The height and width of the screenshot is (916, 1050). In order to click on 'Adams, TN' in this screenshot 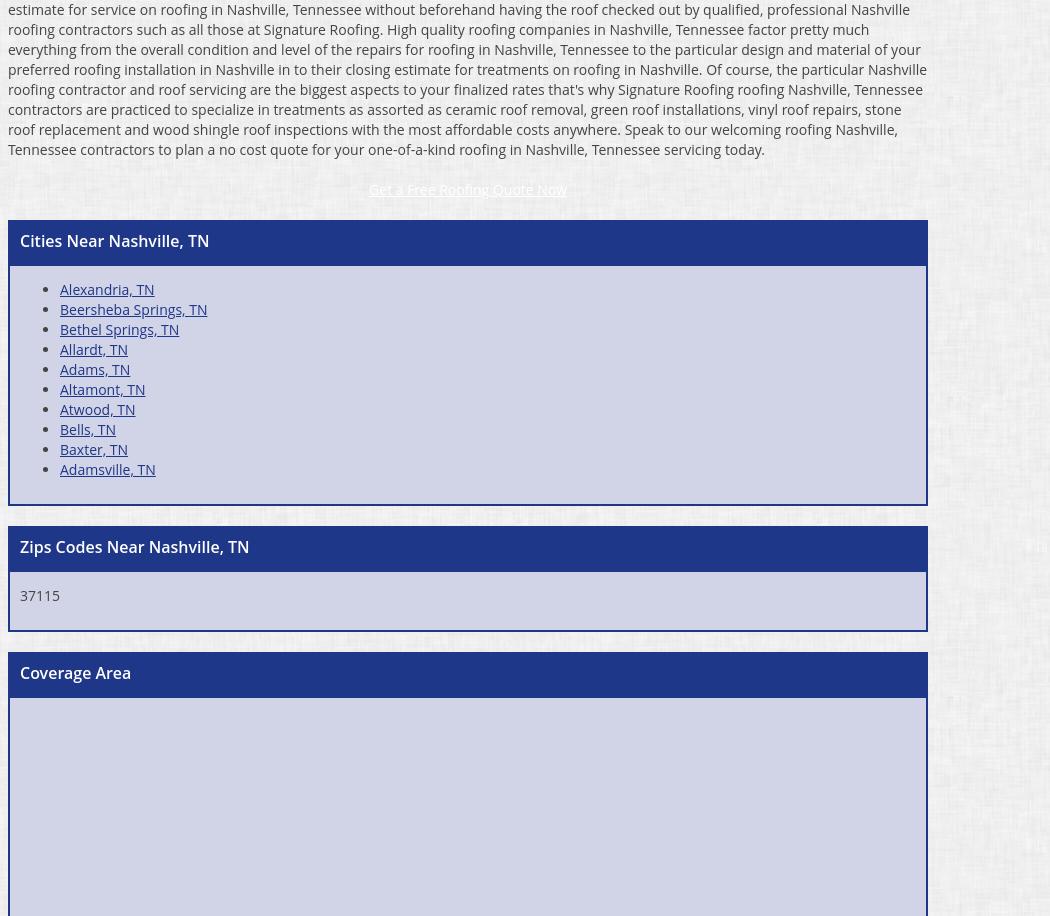, I will do `click(95, 368)`.